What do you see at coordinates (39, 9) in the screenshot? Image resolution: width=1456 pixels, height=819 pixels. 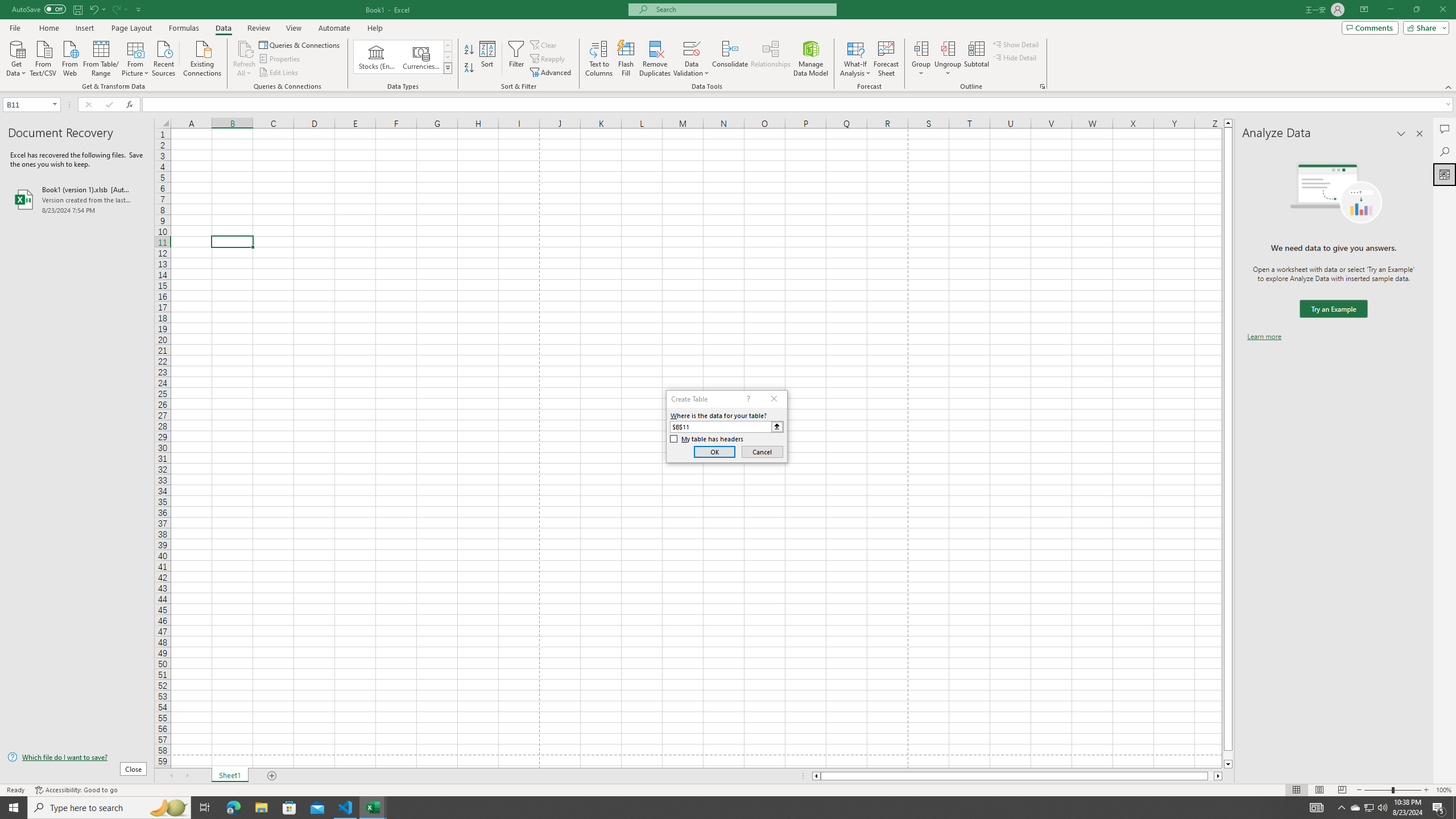 I see `'AutoSave'` at bounding box center [39, 9].